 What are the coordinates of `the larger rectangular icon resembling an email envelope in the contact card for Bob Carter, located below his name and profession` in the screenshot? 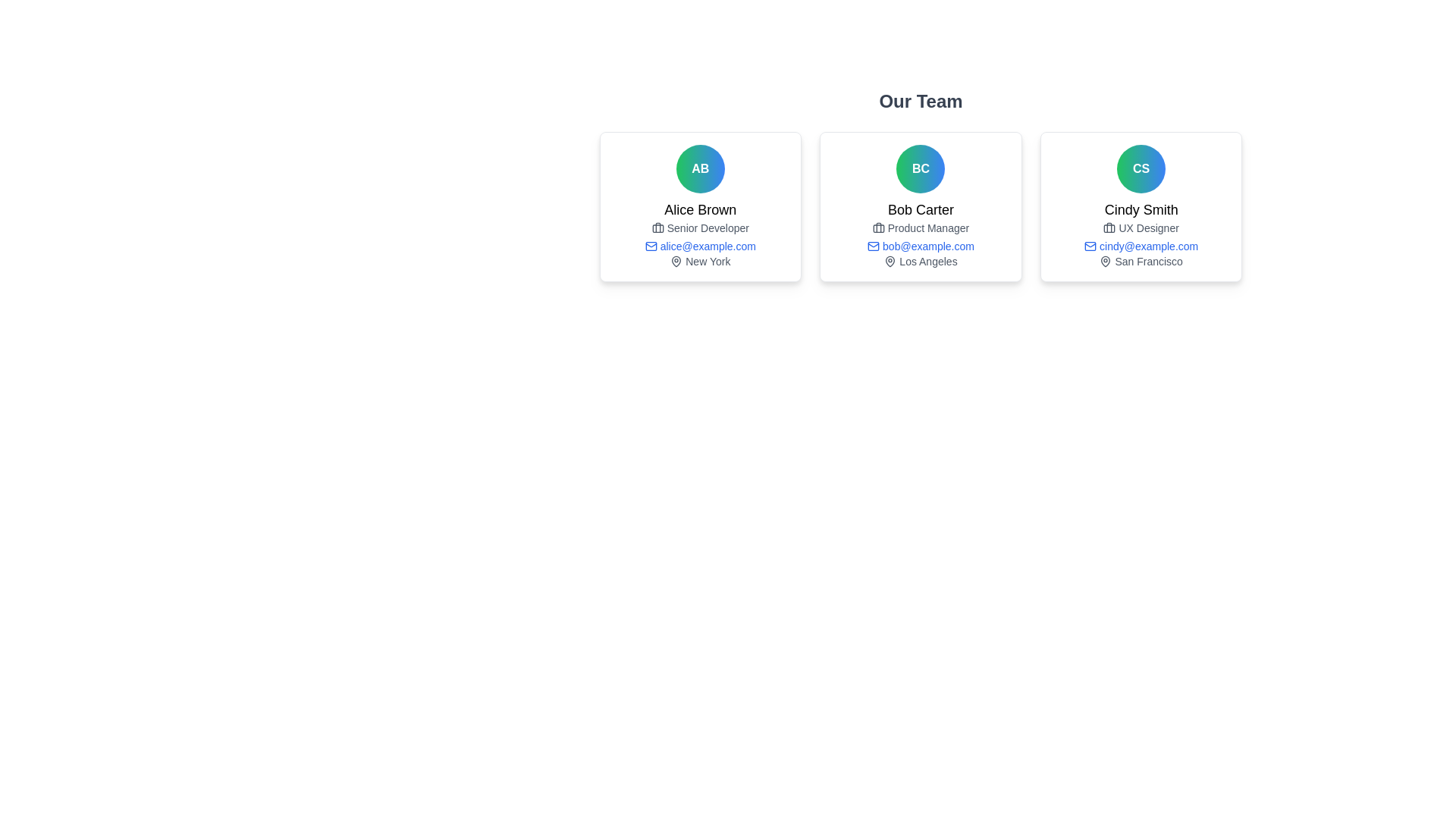 It's located at (874, 245).